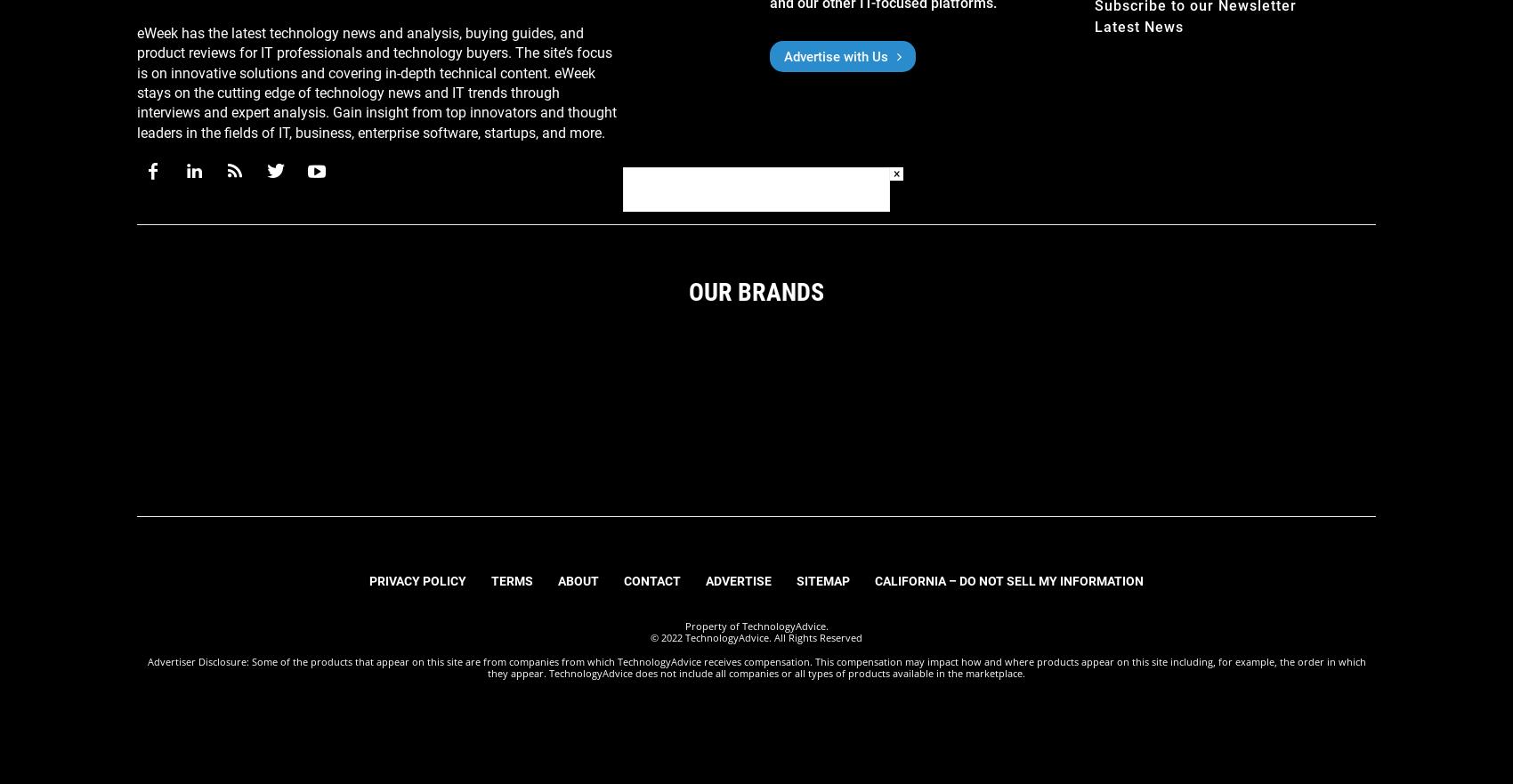  What do you see at coordinates (797, 580) in the screenshot?
I see `'Sitemap'` at bounding box center [797, 580].